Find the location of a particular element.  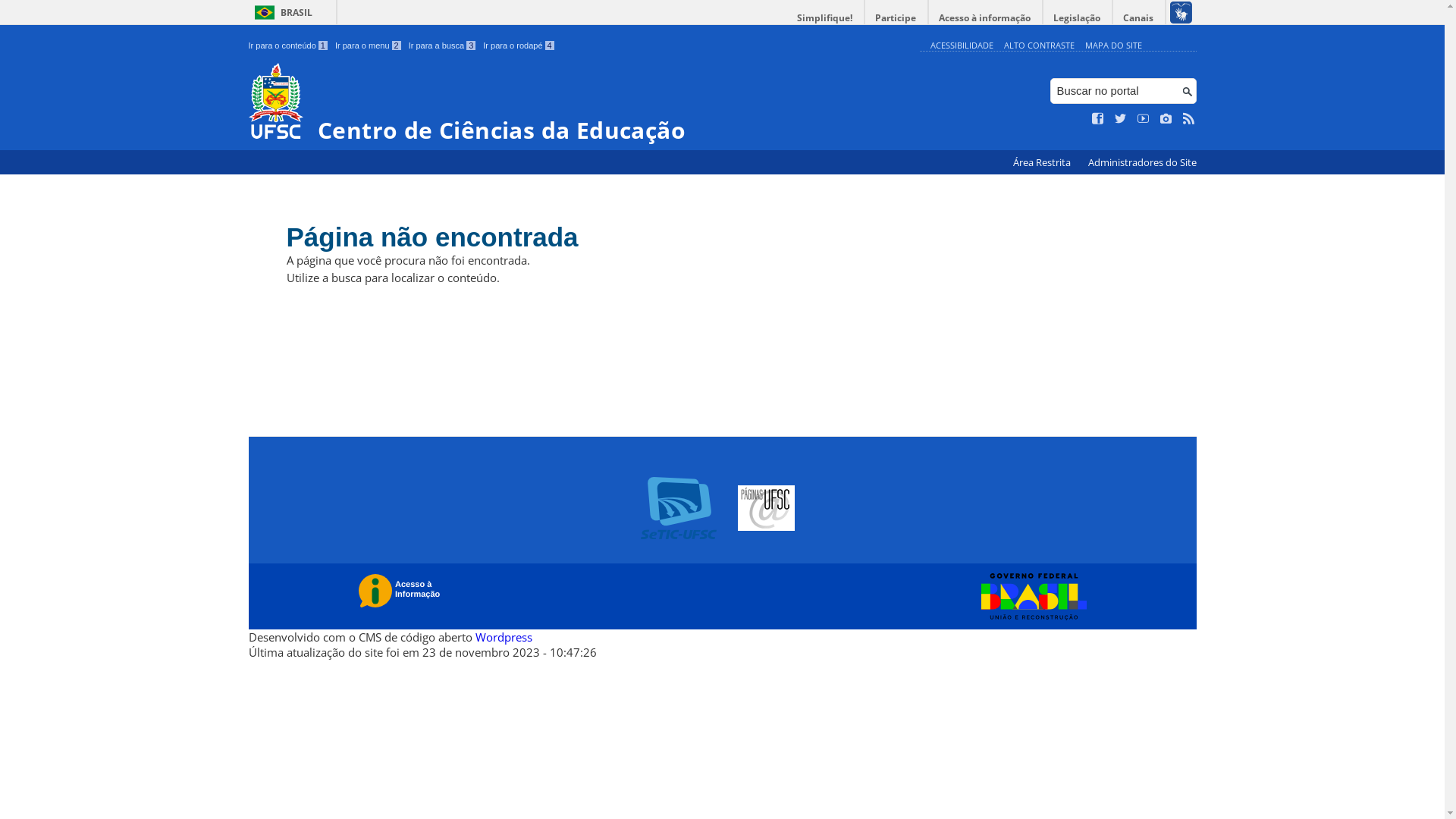

'ACESSIBILIDADE' is located at coordinates (960, 44).